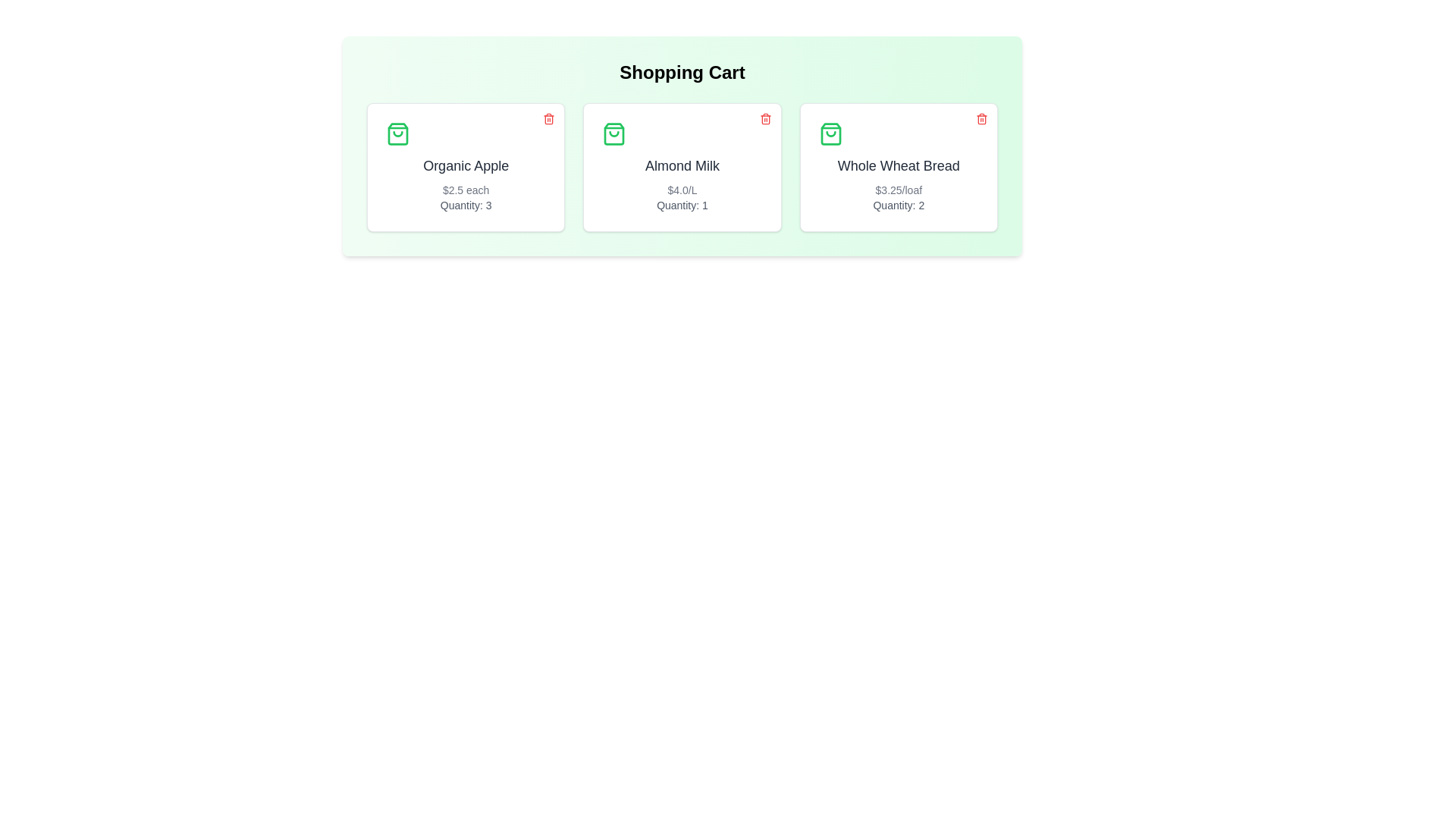 This screenshot has height=819, width=1456. What do you see at coordinates (548, 118) in the screenshot?
I see `the trash icon of the item named Organic Apple to remove it from the cart` at bounding box center [548, 118].